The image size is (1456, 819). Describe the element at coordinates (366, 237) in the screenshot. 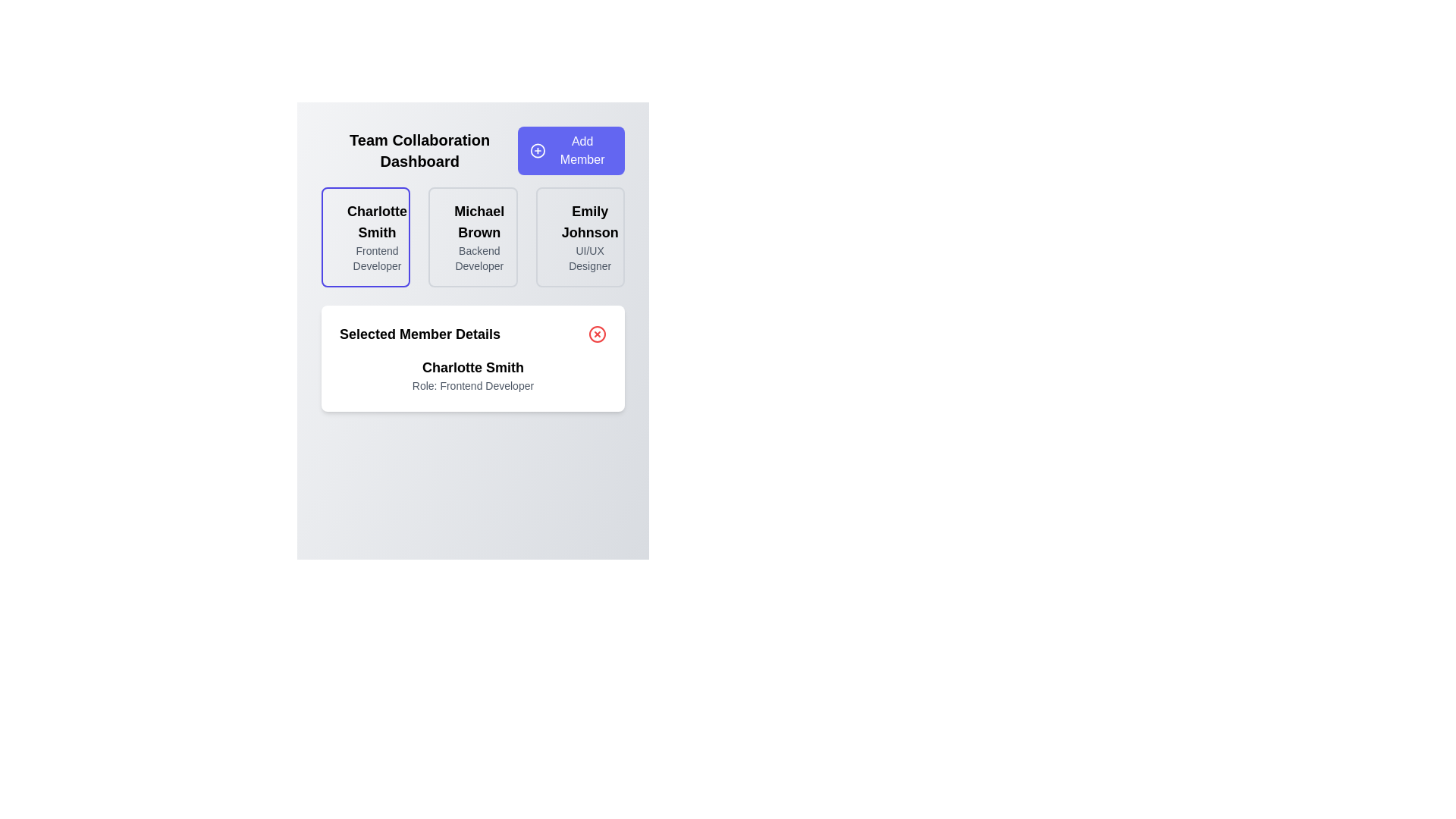

I see `the name 'Charlotte Smith' in the Text Display Component` at that location.